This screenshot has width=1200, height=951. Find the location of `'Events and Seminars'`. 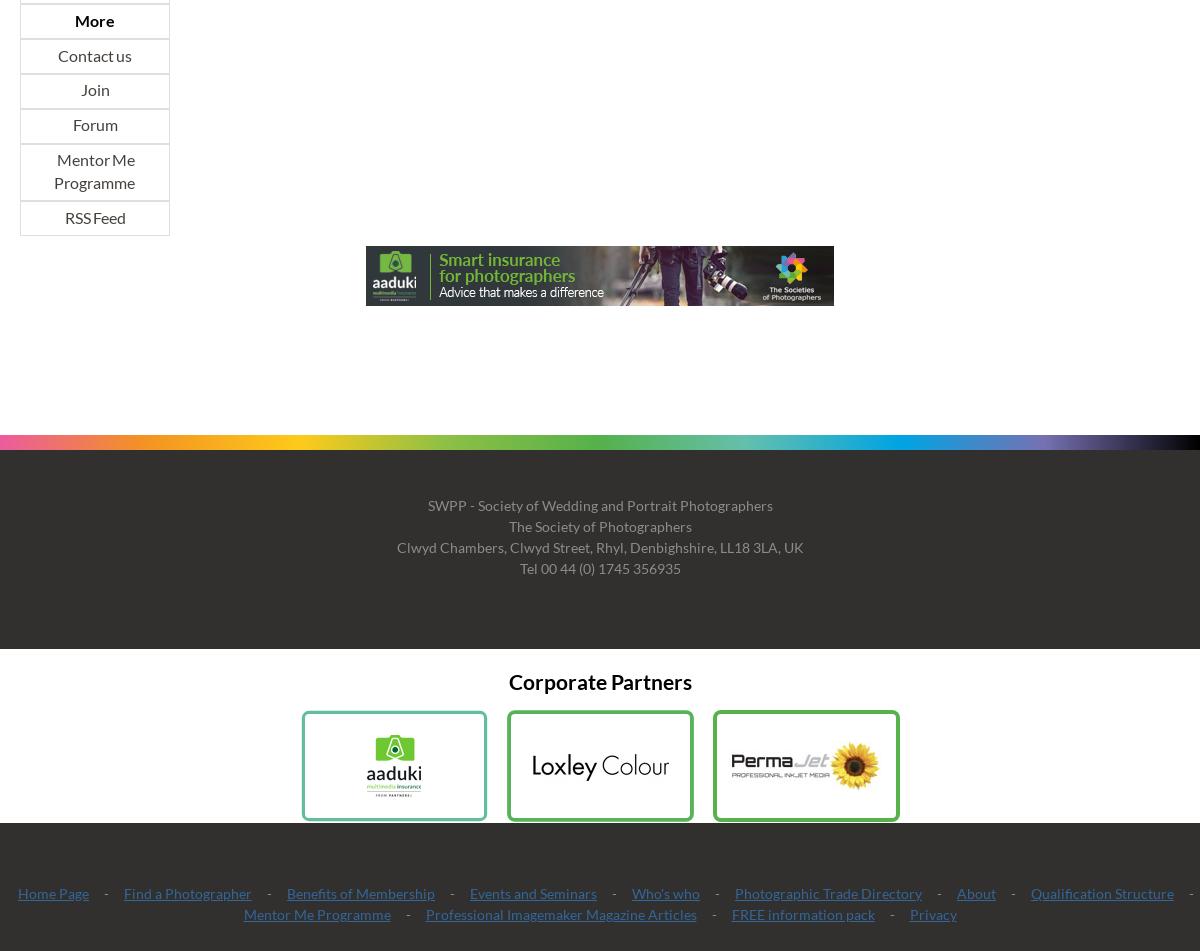

'Events and Seminars' is located at coordinates (532, 891).